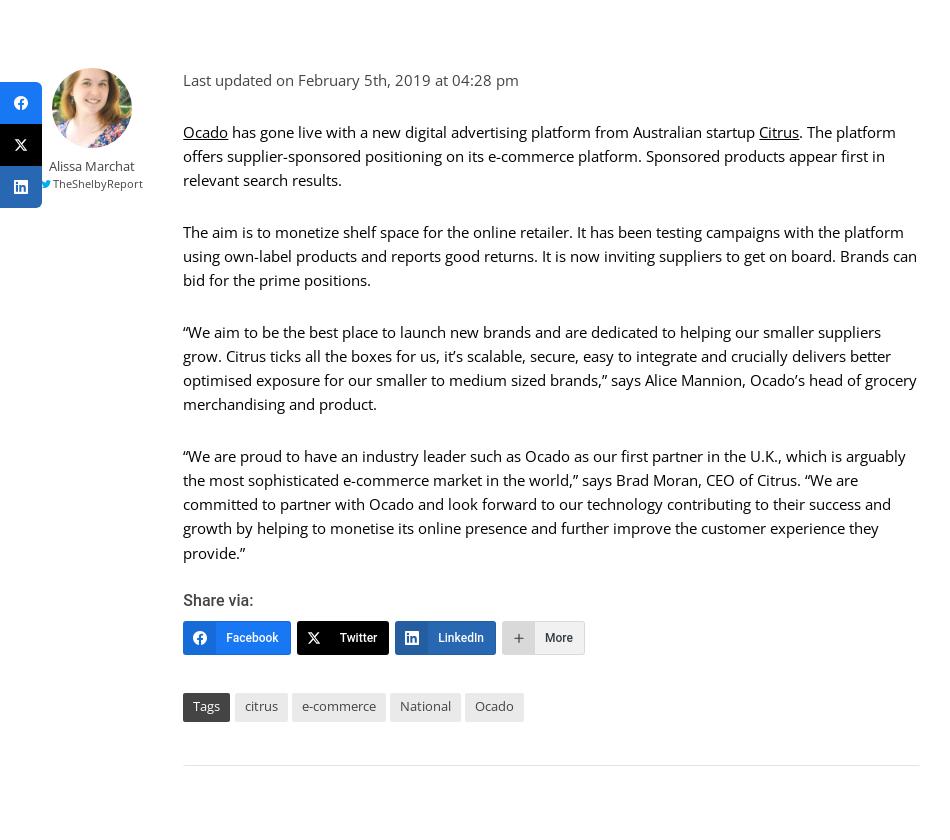  Describe the element at coordinates (301, 705) in the screenshot. I see `'e-commerce'` at that location.